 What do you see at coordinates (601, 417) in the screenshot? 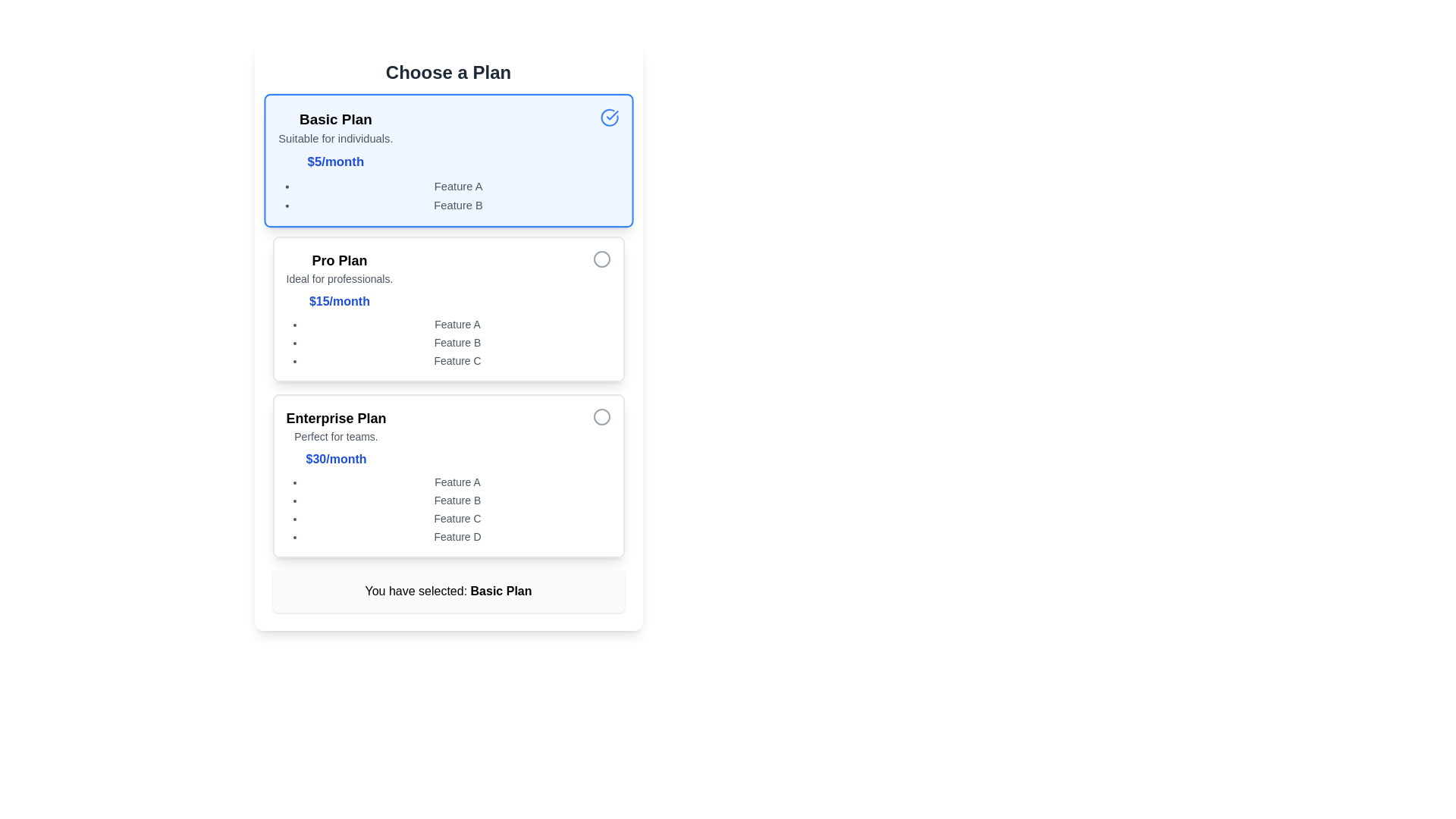
I see `the circular outline styled icon located at the top-right corner of the 'Enterprise Plan' section` at bounding box center [601, 417].